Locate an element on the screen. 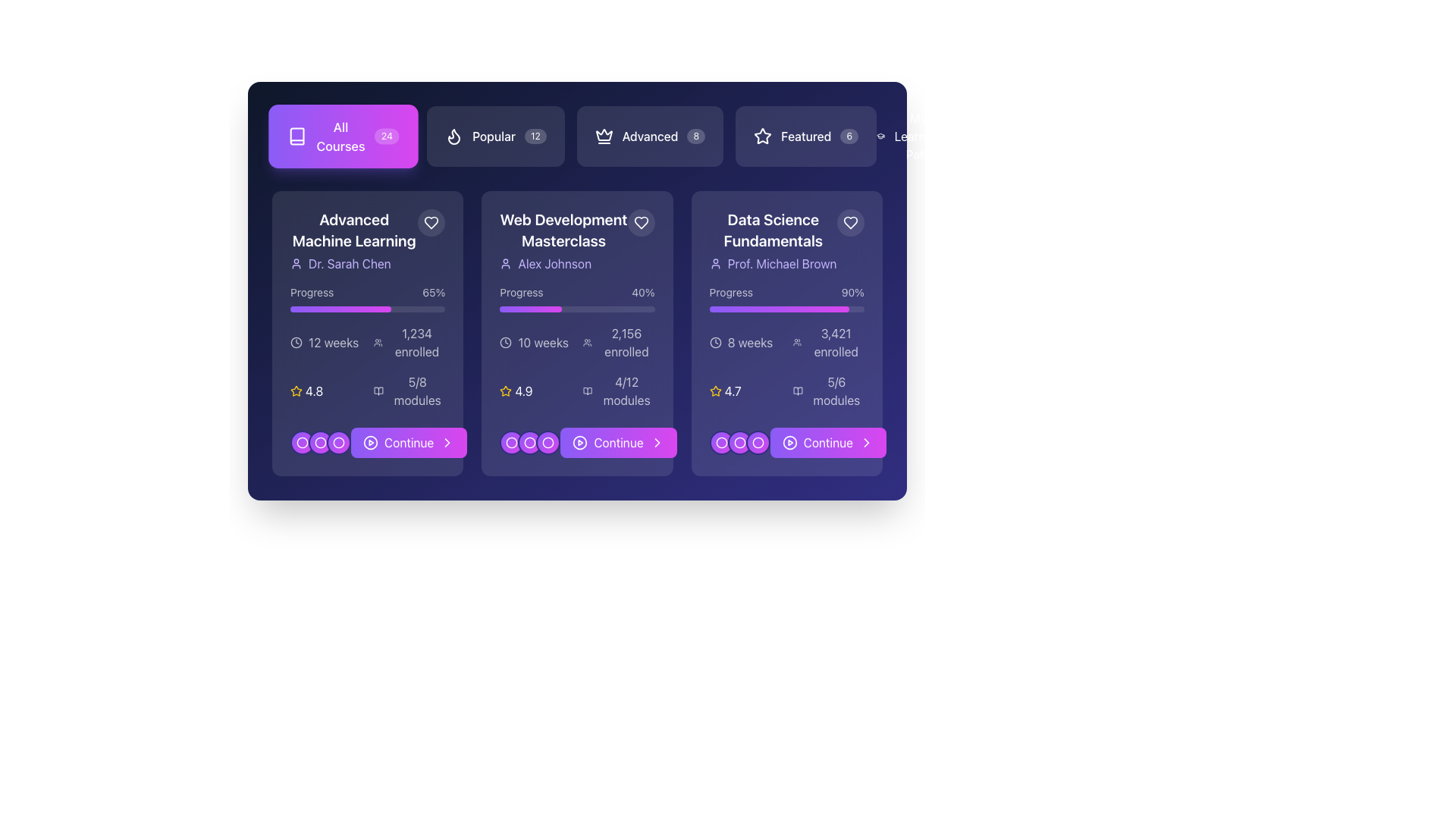 Image resolution: width=1456 pixels, height=819 pixels. the clock icon element representing time-related information for the 'Data Science Fundamentals' course, located near the '8 weeks' text is located at coordinates (714, 342).